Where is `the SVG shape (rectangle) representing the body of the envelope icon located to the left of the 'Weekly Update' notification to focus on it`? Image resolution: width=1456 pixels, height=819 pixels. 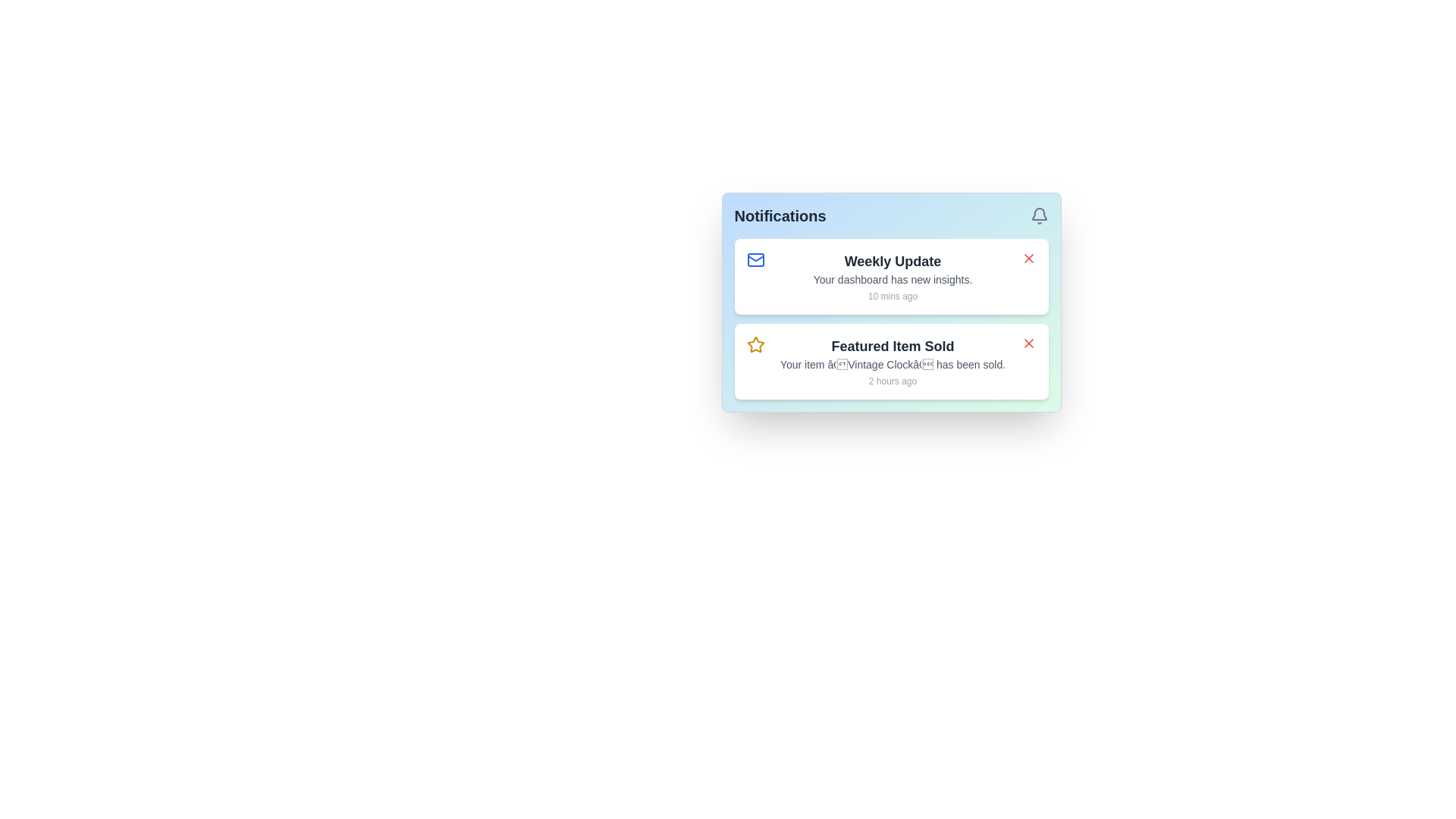 the SVG shape (rectangle) representing the body of the envelope icon located to the left of the 'Weekly Update' notification to focus on it is located at coordinates (755, 259).